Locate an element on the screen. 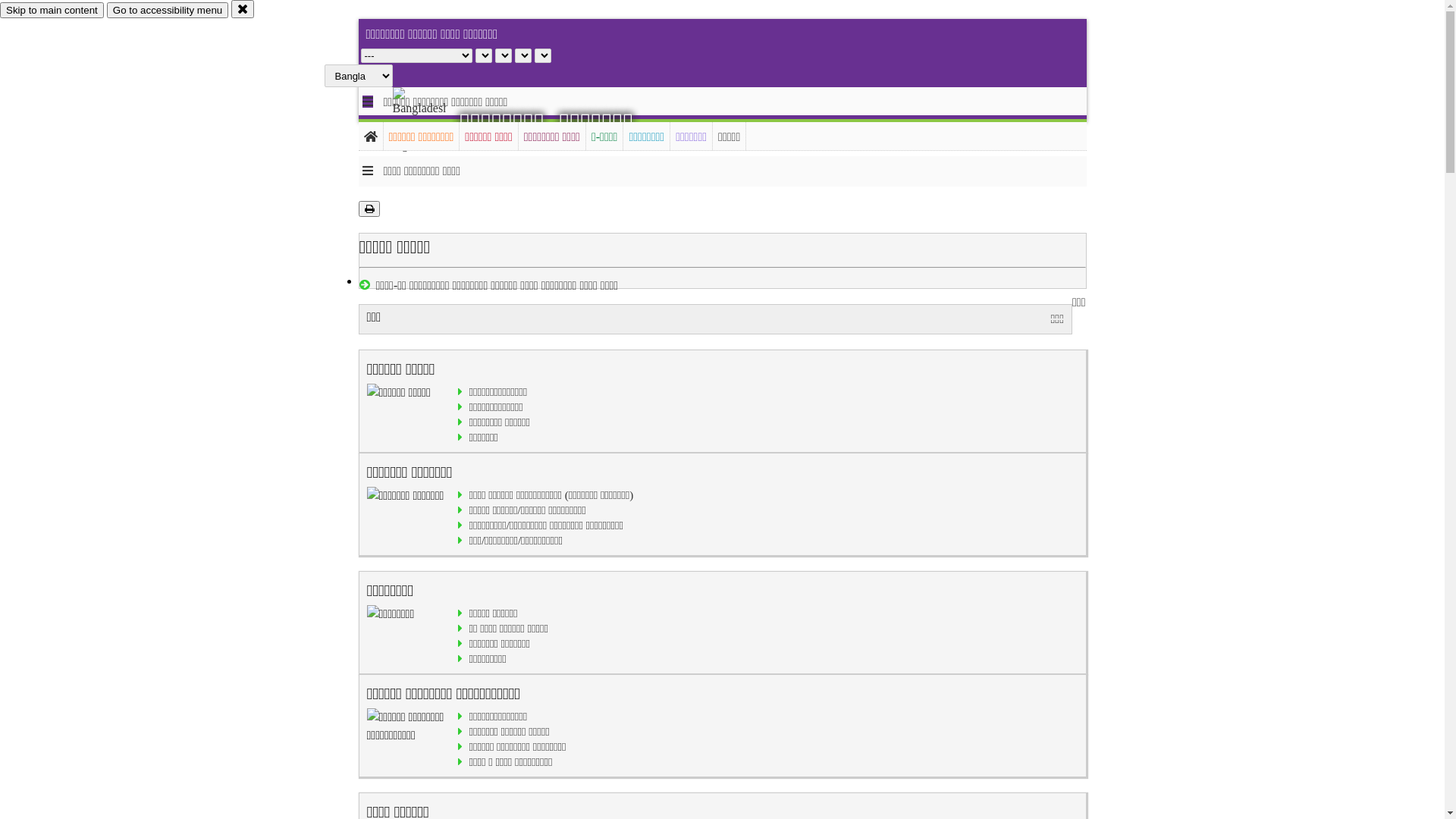  'Go to accessibility menu' is located at coordinates (167, 10).